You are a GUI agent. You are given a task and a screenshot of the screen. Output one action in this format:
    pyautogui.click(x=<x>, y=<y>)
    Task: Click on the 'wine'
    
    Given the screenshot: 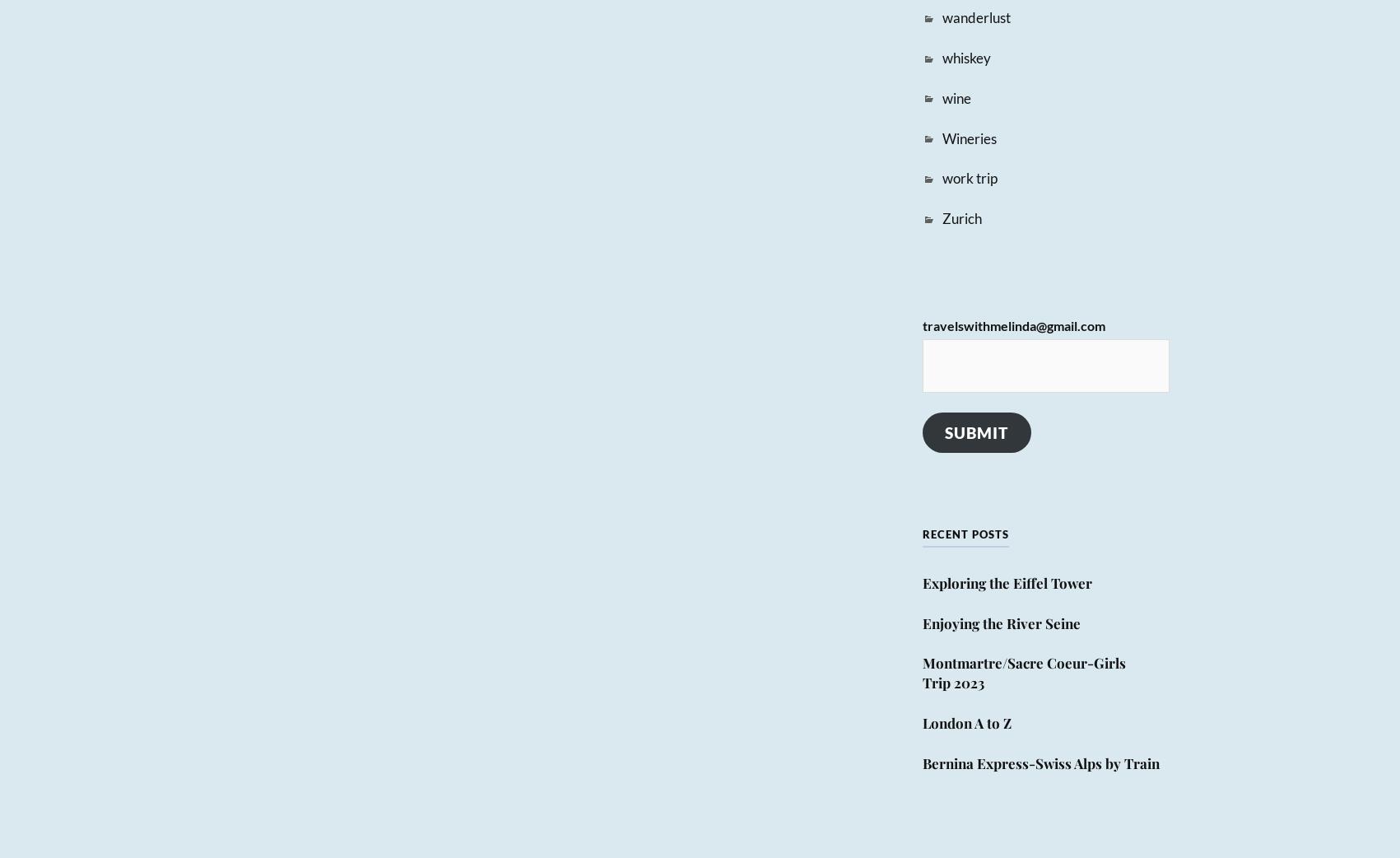 What is the action you would take?
    pyautogui.click(x=955, y=97)
    